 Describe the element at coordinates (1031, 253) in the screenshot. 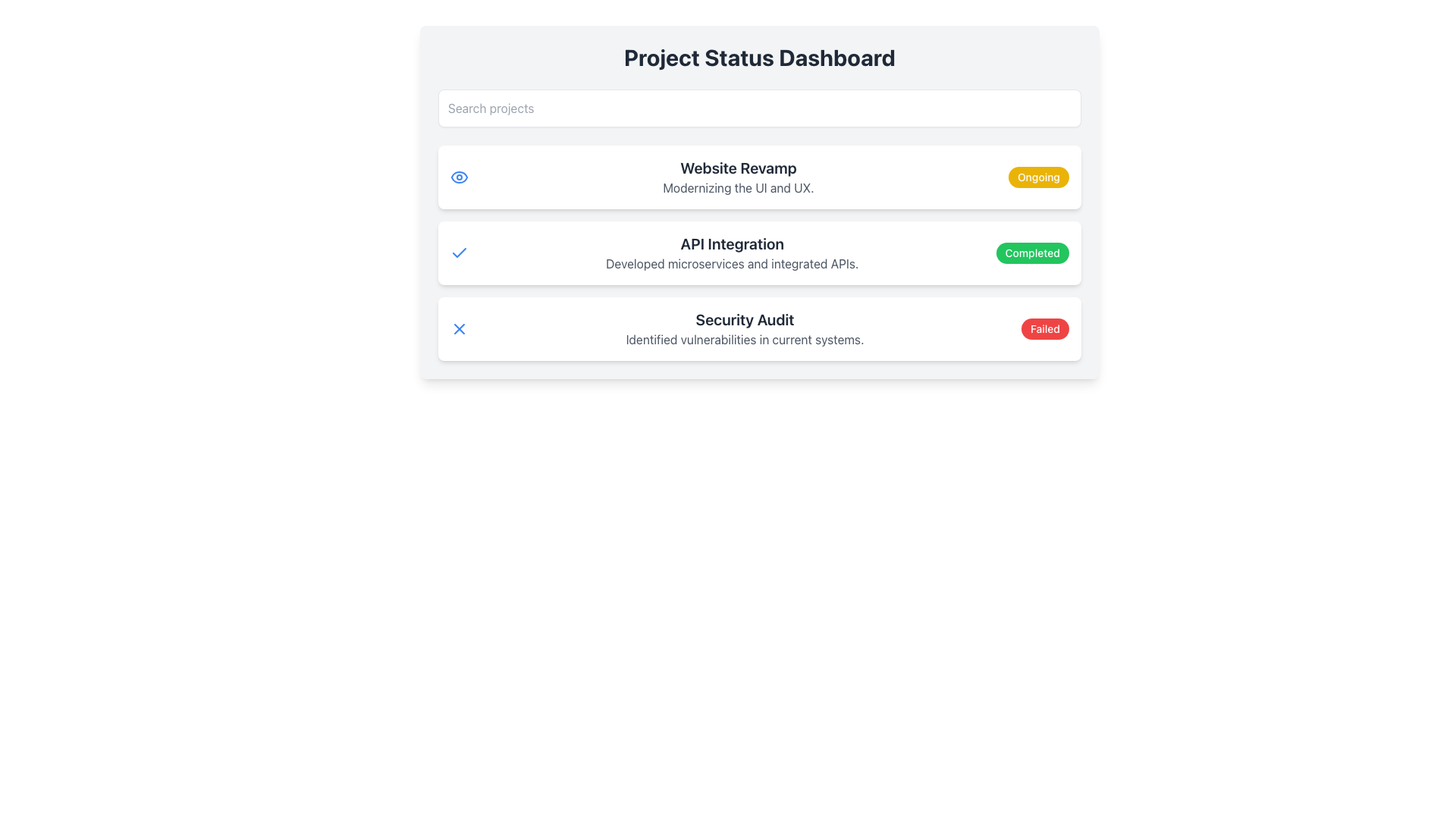

I see `the 'Completed' status label indicating the status of the 'API Integration' project within the 'Project Status Dashboard'` at that location.